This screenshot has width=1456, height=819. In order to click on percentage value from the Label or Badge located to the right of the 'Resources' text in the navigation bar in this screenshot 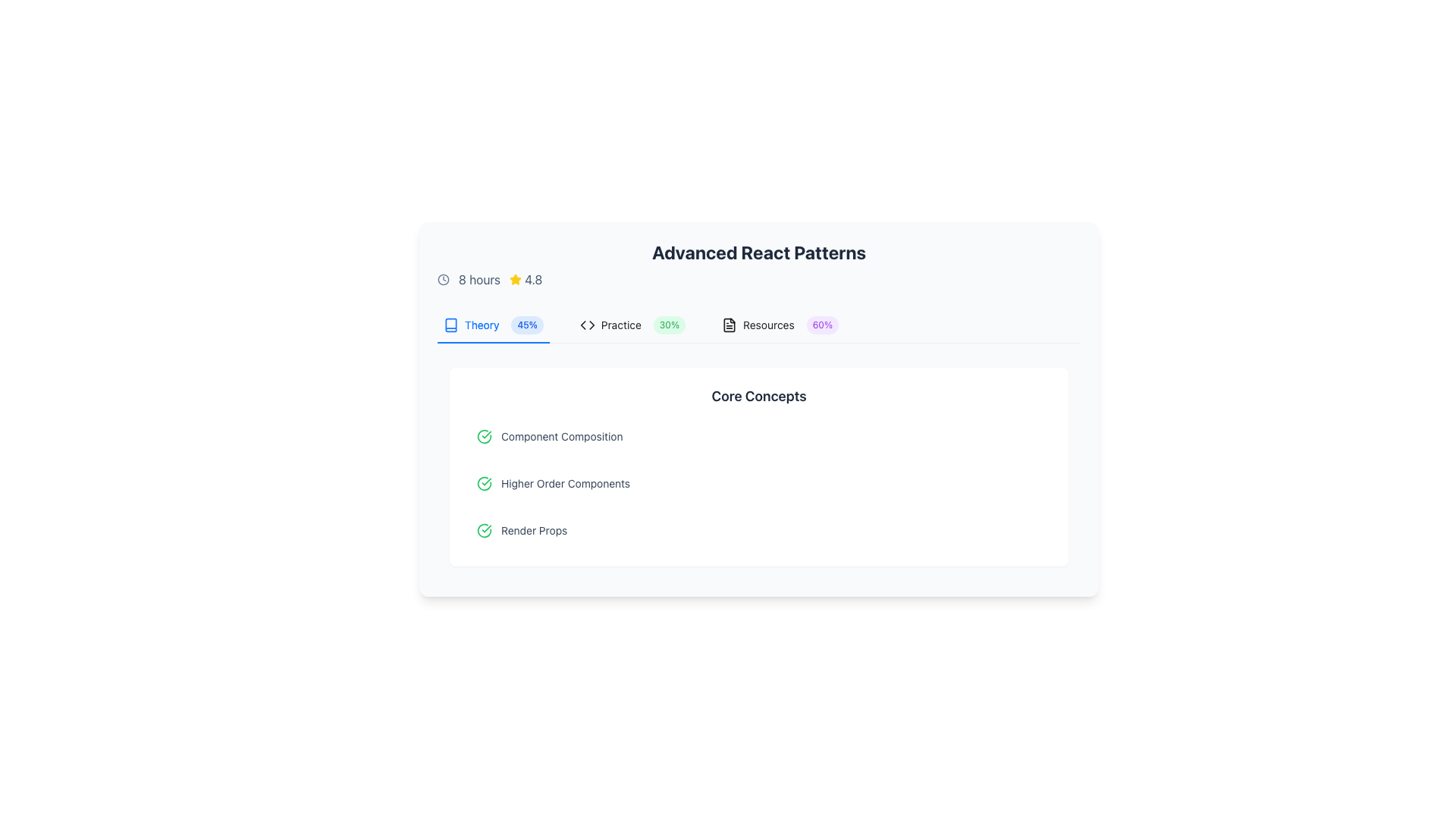, I will do `click(821, 324)`.